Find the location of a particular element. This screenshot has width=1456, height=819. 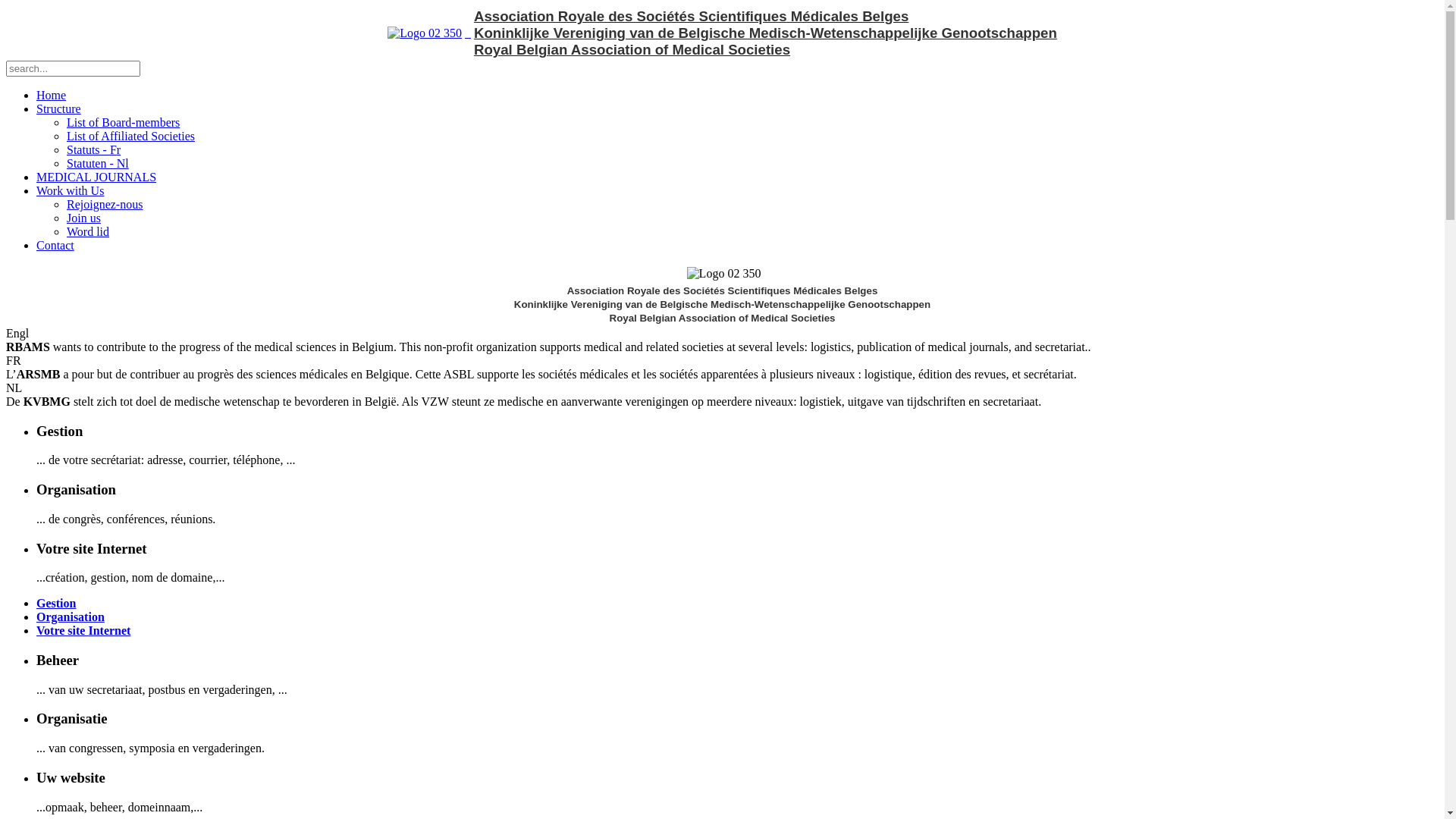

'Work with Us' is located at coordinates (69, 190).